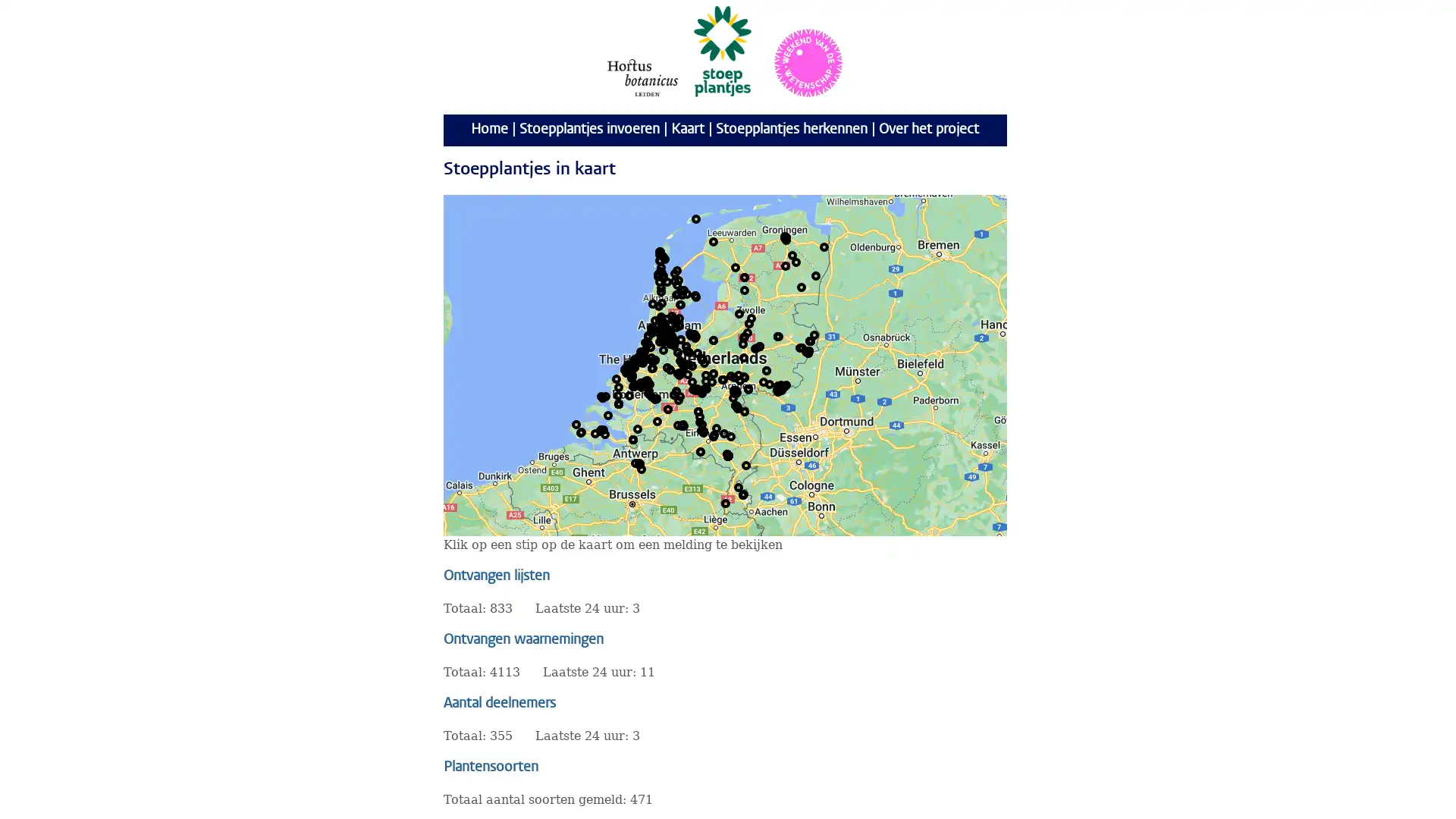  What do you see at coordinates (619, 403) in the screenshot?
I see `Telling van Isabel op 03 juni 2022` at bounding box center [619, 403].